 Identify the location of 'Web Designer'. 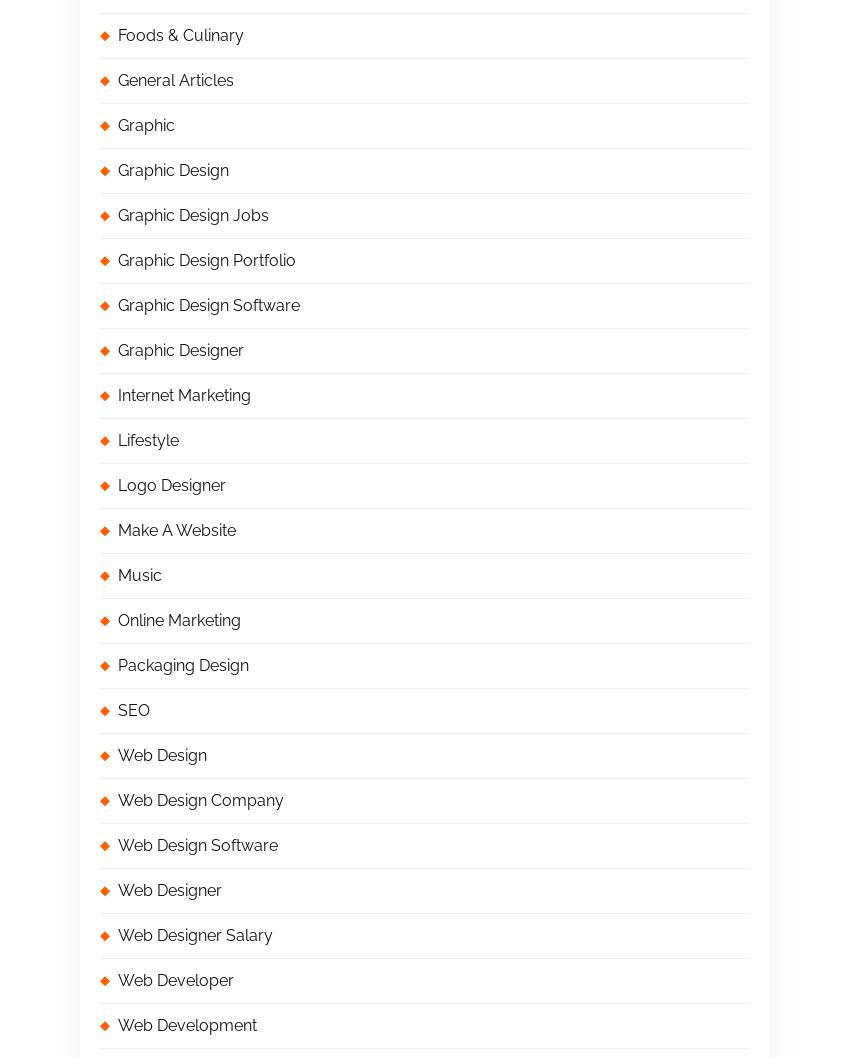
(116, 889).